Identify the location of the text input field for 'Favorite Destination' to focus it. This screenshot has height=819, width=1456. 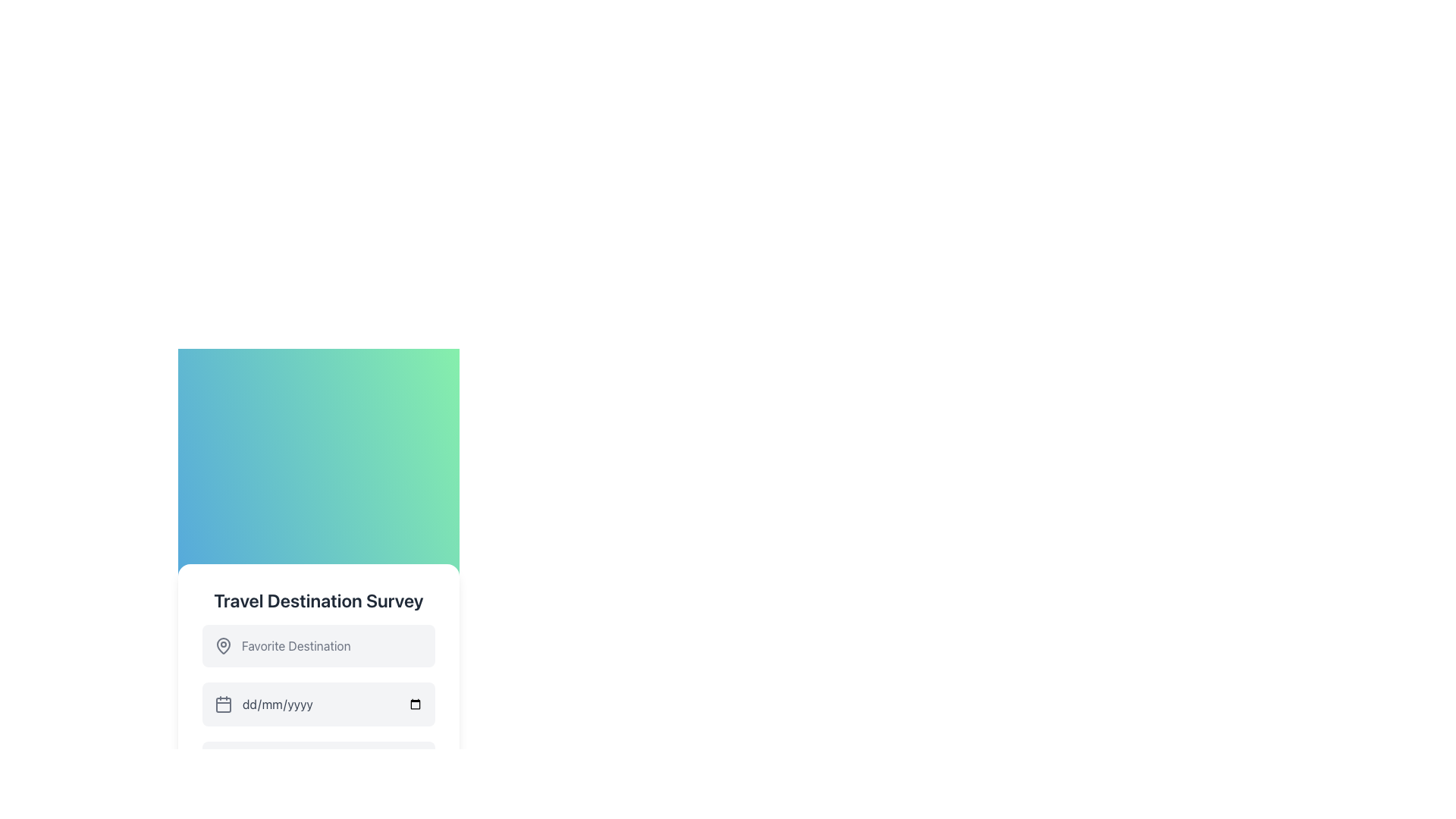
(318, 646).